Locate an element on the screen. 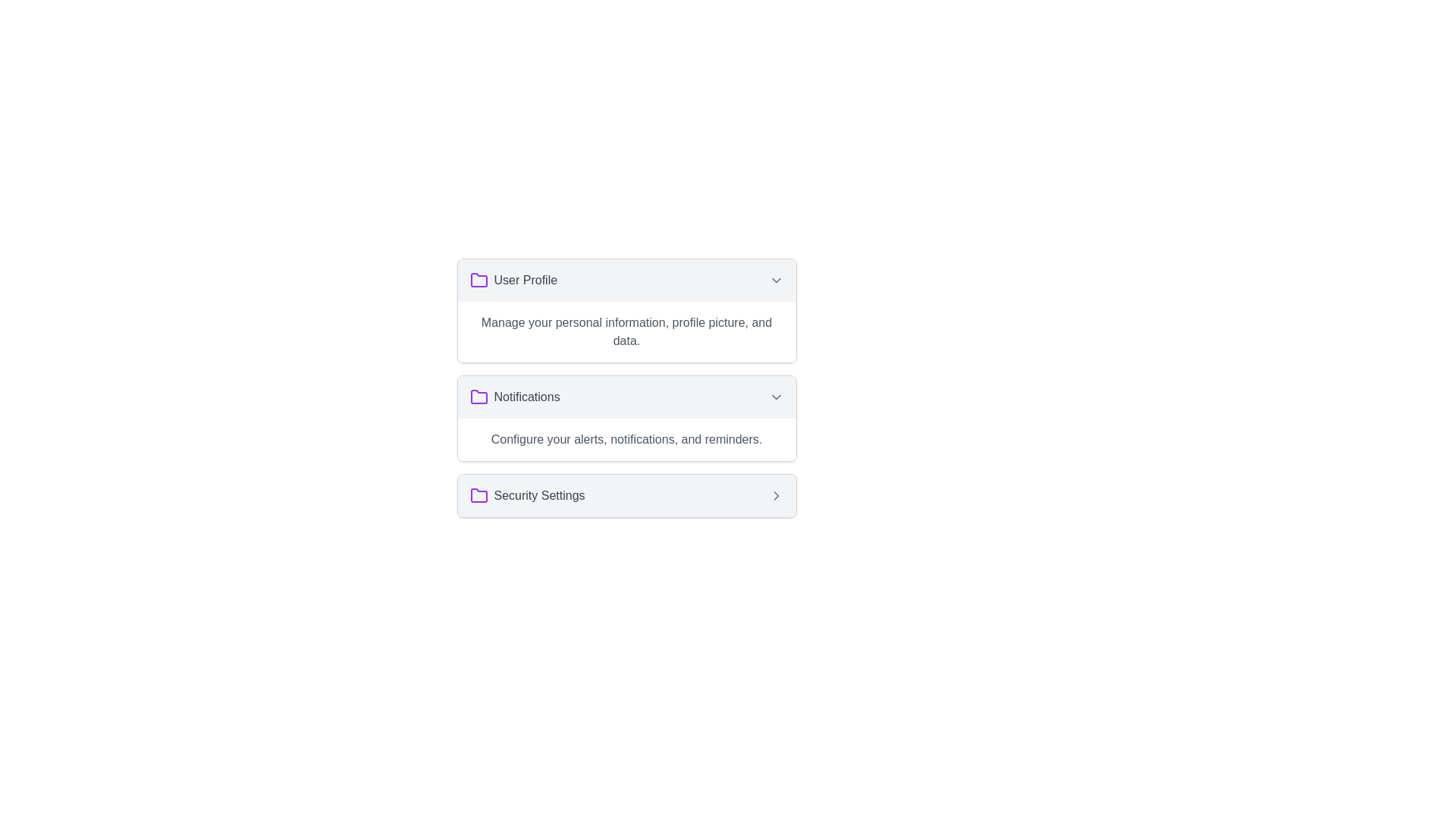 This screenshot has height=819, width=1456. the third button in the vertically stacked list that leads to the 'Security Settings' page is located at coordinates (626, 496).